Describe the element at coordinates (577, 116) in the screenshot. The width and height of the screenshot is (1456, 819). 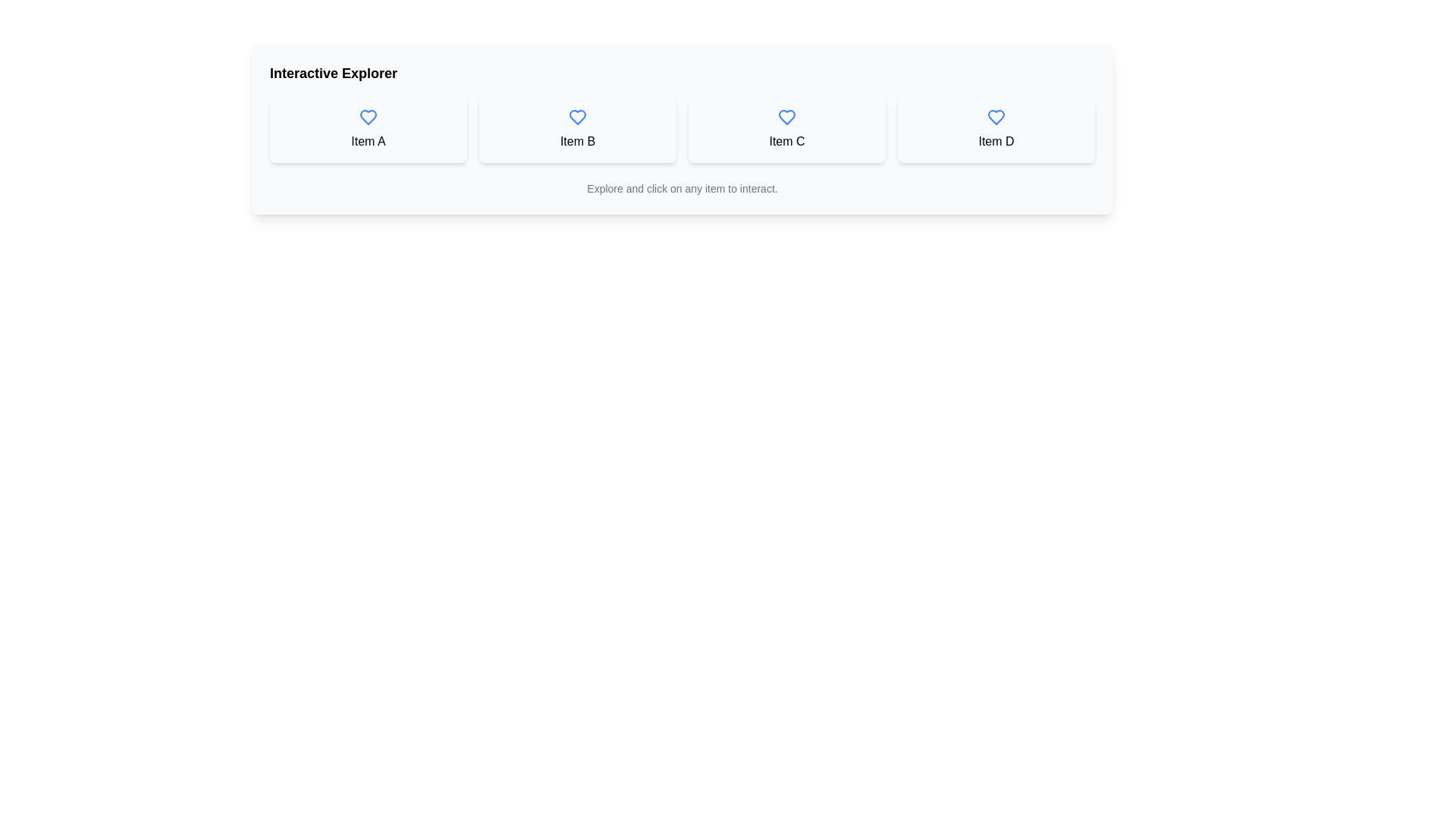
I see `the 'like' icon located at the top of 'Item B' card` at that location.